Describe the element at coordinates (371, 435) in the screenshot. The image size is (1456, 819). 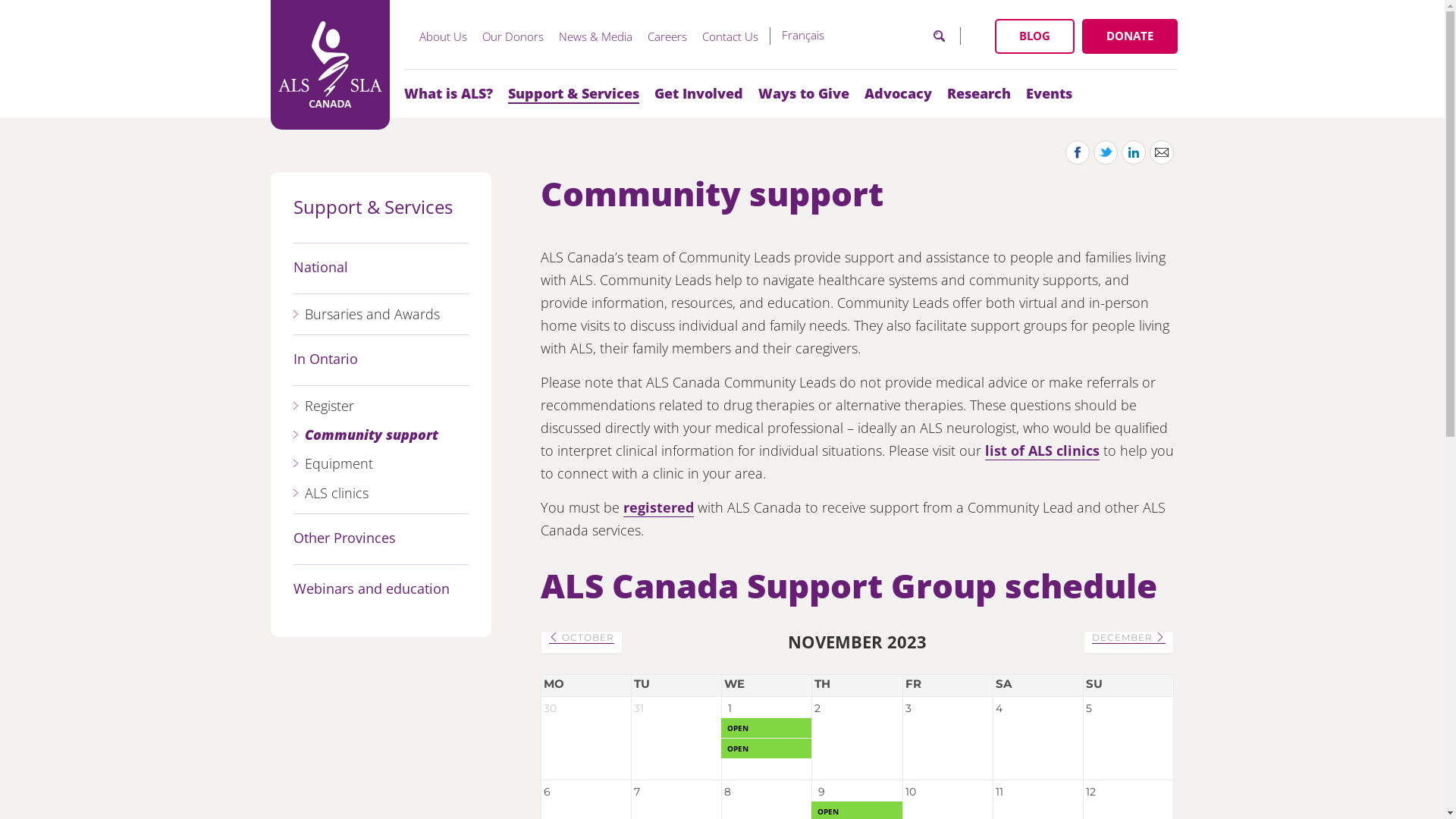
I see `'Community support'` at that location.